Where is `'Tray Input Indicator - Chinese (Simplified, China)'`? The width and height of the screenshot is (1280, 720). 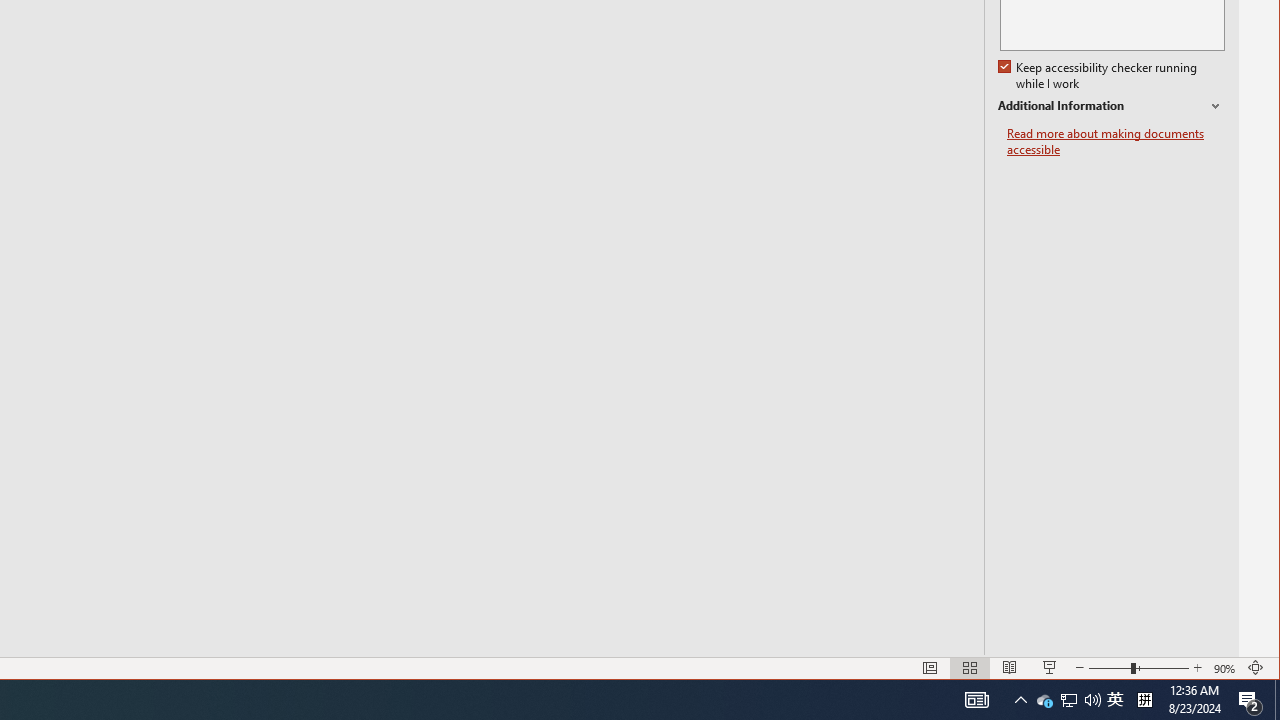 'Tray Input Indicator - Chinese (Simplified, China)' is located at coordinates (1109, 668).